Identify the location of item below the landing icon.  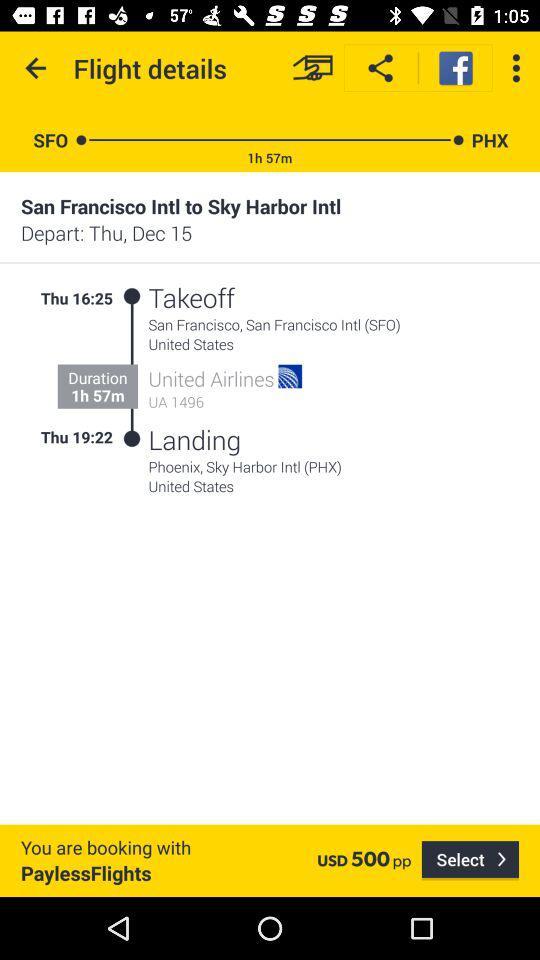
(333, 466).